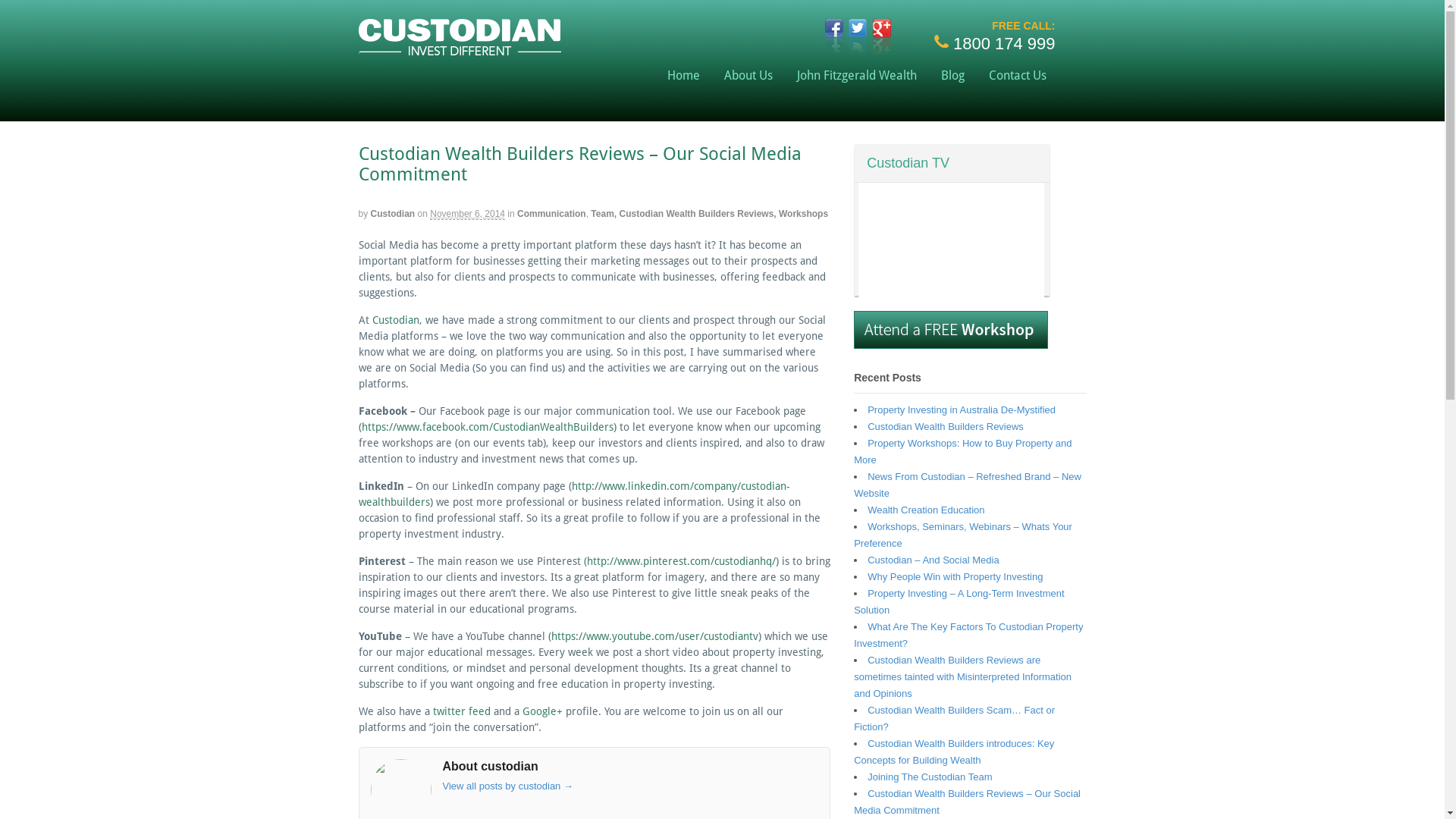  What do you see at coordinates (928, 777) in the screenshot?
I see `'Joining The Custodian Team'` at bounding box center [928, 777].